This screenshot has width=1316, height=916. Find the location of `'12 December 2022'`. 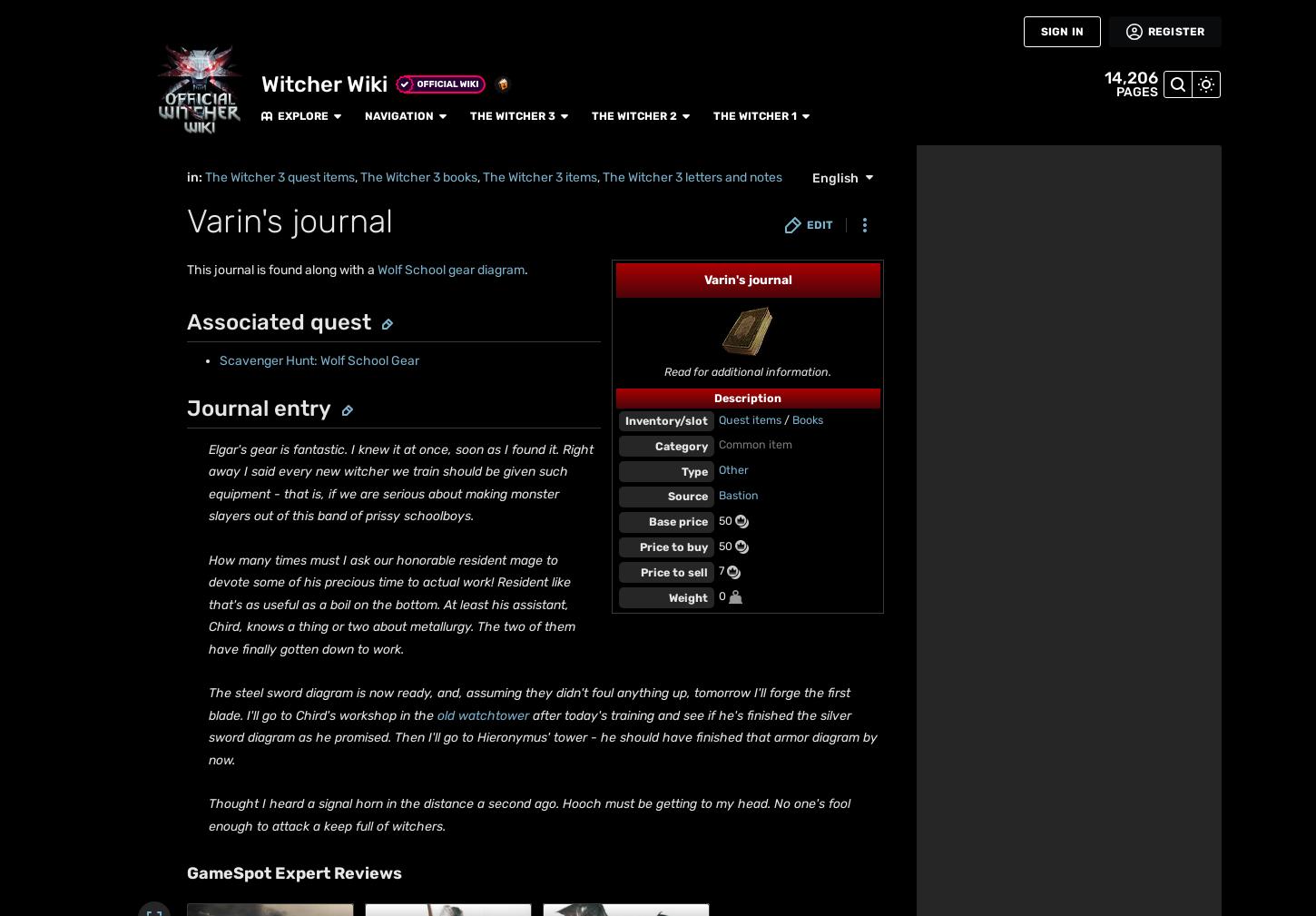

'12 December 2022' is located at coordinates (231, 118).